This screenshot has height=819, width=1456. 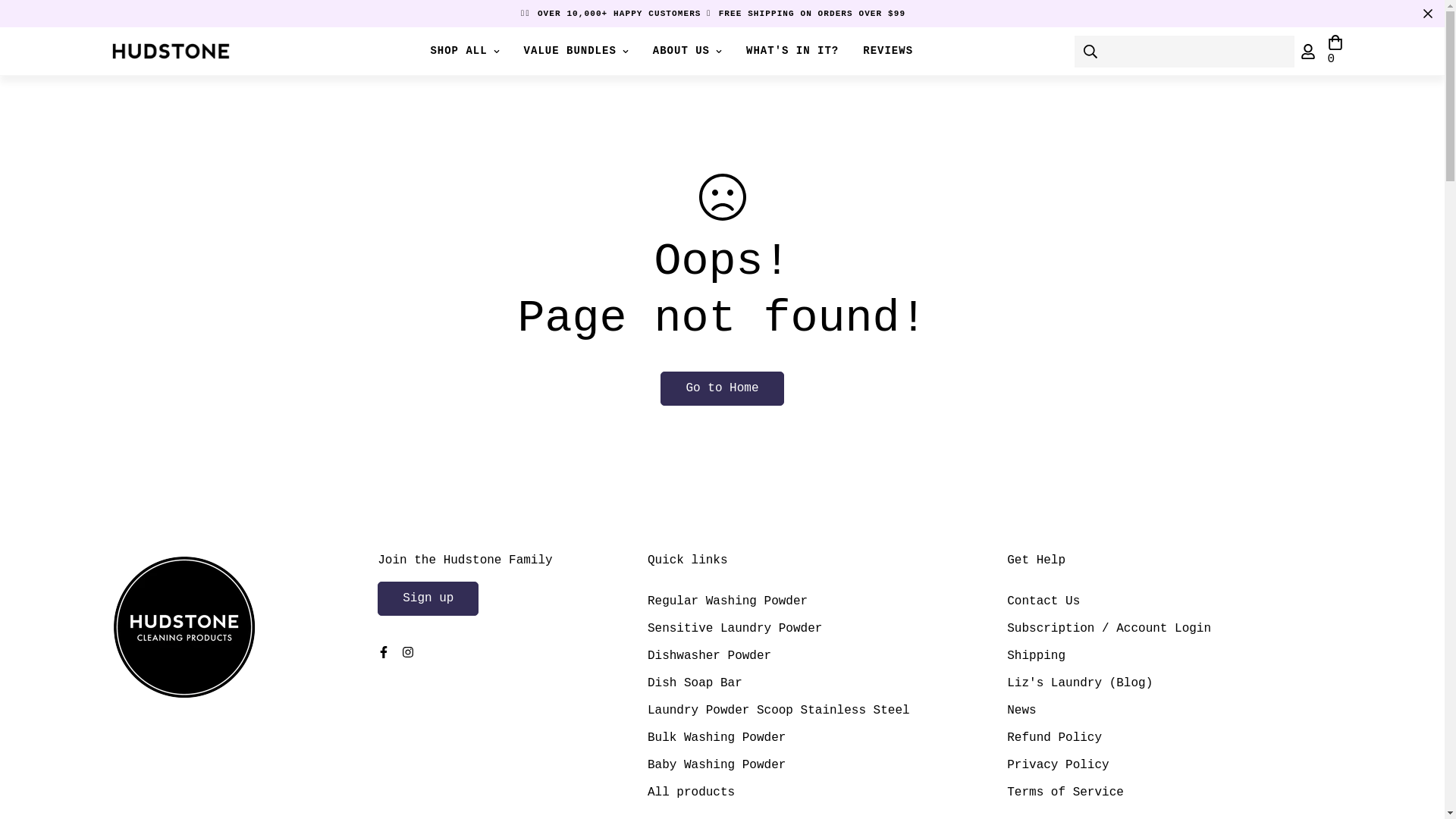 I want to click on 'Sign up', so click(x=427, y=598).